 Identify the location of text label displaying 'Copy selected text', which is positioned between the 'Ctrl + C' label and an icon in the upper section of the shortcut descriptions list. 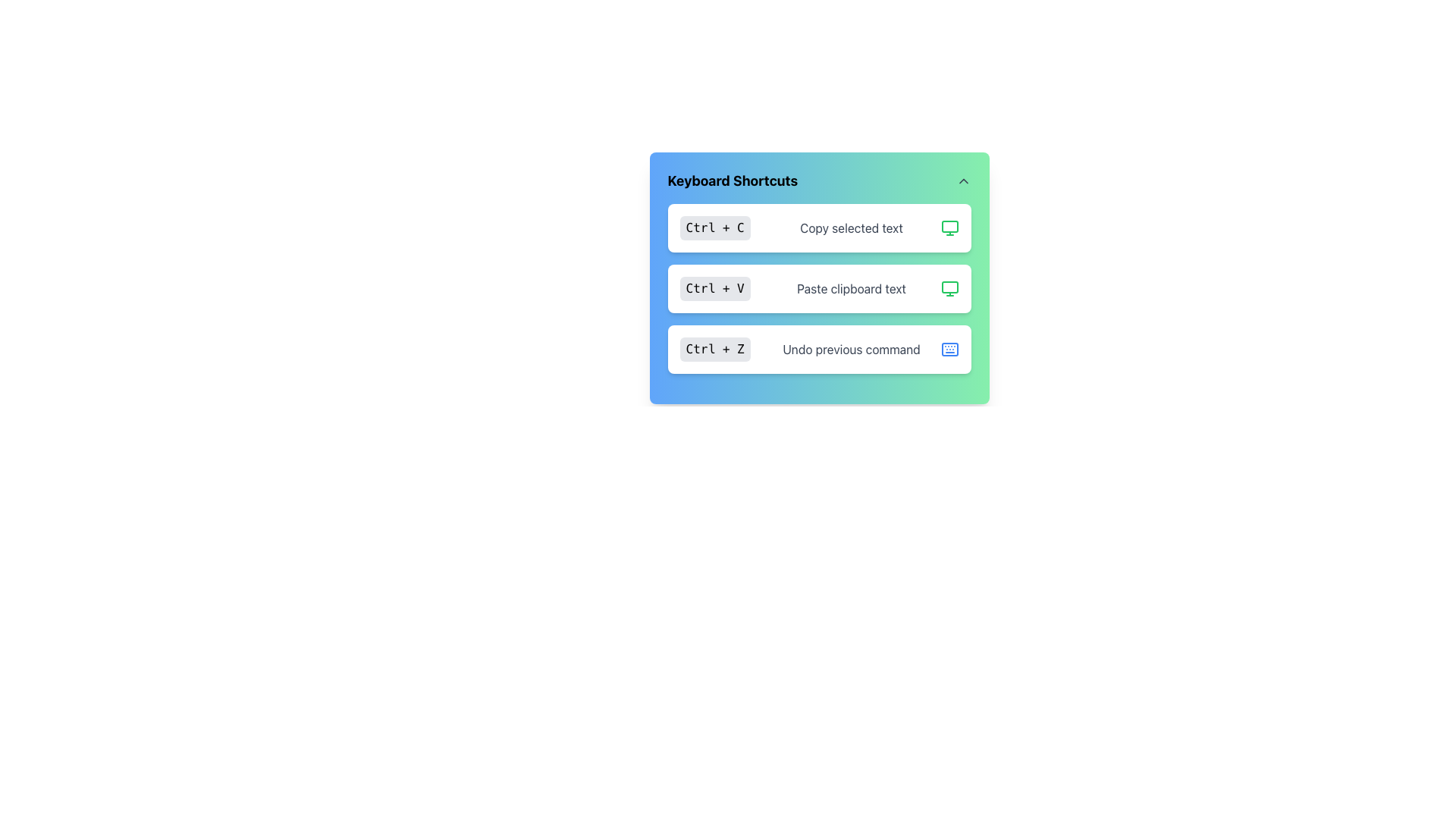
(852, 227).